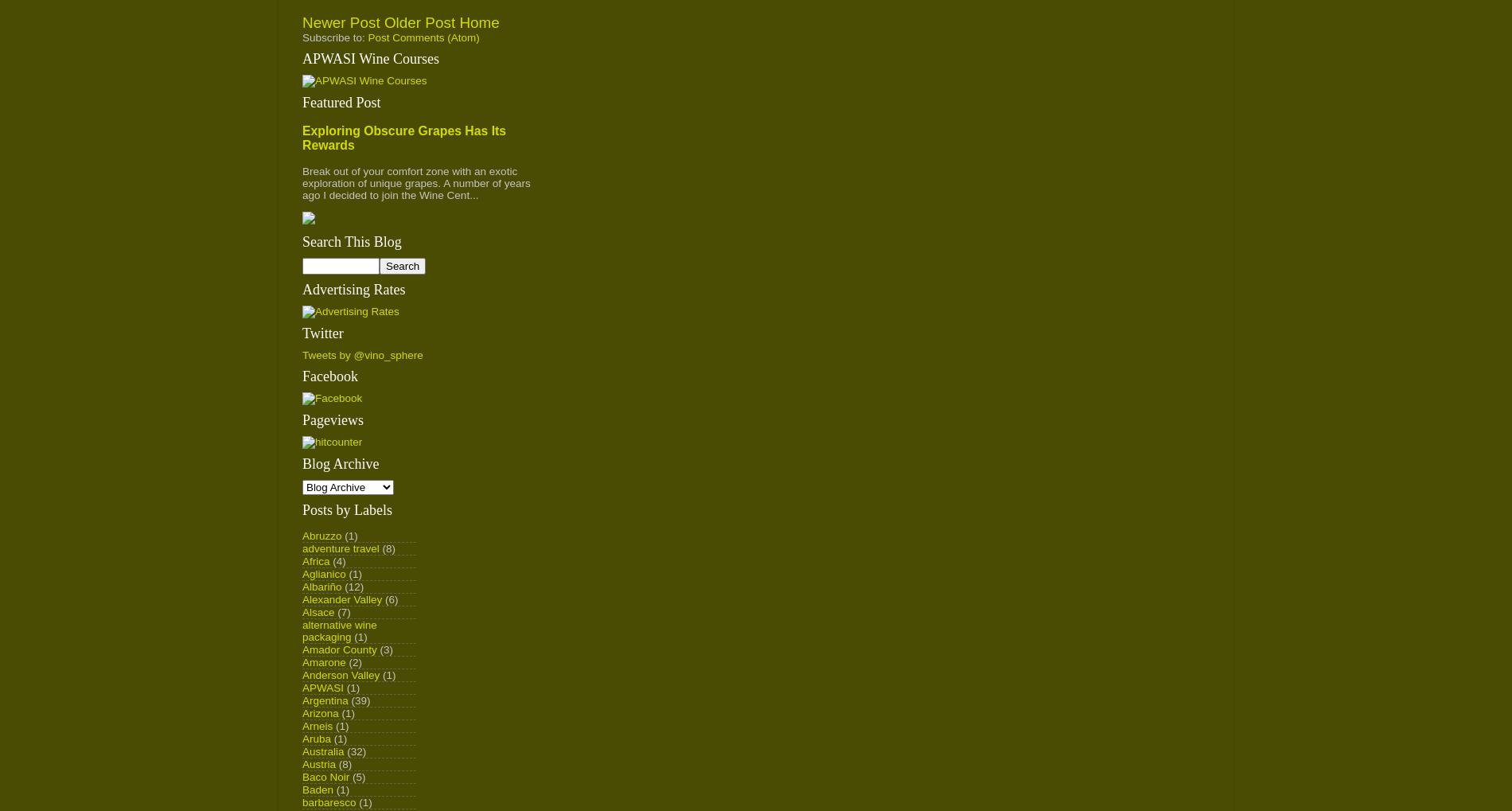  What do you see at coordinates (302, 789) in the screenshot?
I see `'Baden'` at bounding box center [302, 789].